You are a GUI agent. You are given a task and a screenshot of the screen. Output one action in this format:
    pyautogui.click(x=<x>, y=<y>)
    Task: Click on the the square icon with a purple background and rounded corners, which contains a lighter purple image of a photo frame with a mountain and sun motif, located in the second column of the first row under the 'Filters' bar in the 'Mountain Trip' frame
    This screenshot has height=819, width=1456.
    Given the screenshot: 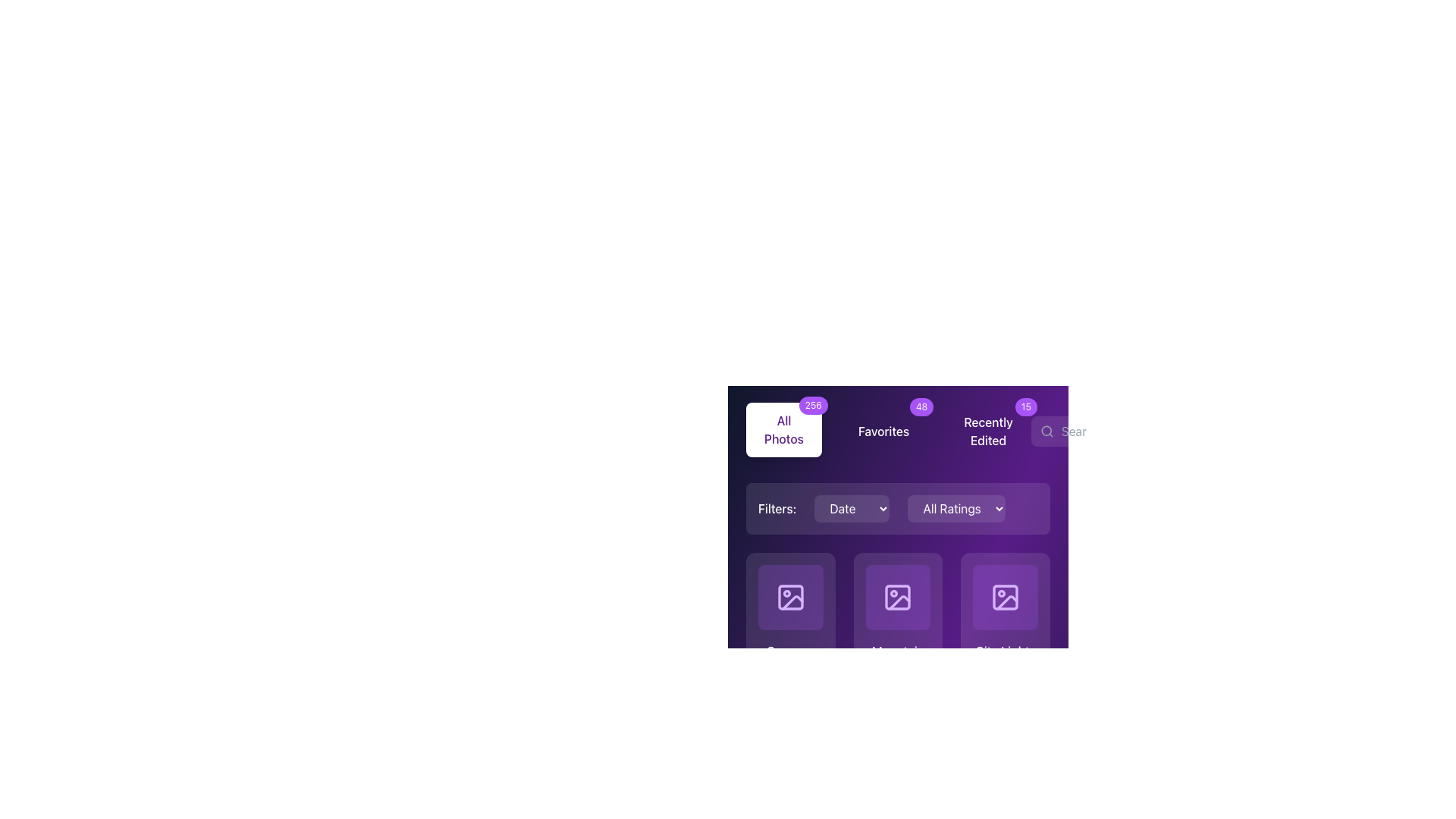 What is the action you would take?
    pyautogui.click(x=898, y=596)
    